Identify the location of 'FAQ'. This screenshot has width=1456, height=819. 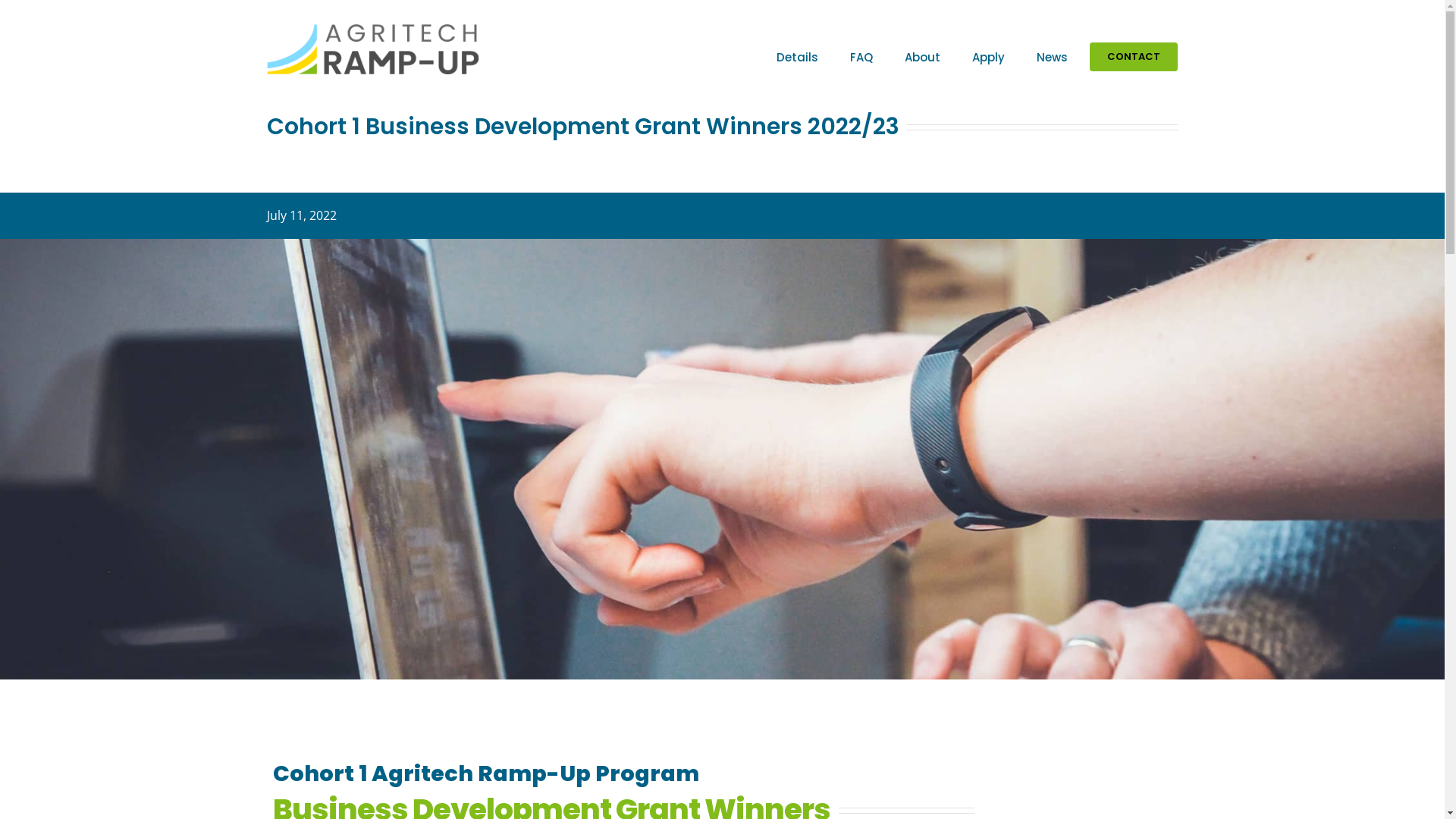
(861, 55).